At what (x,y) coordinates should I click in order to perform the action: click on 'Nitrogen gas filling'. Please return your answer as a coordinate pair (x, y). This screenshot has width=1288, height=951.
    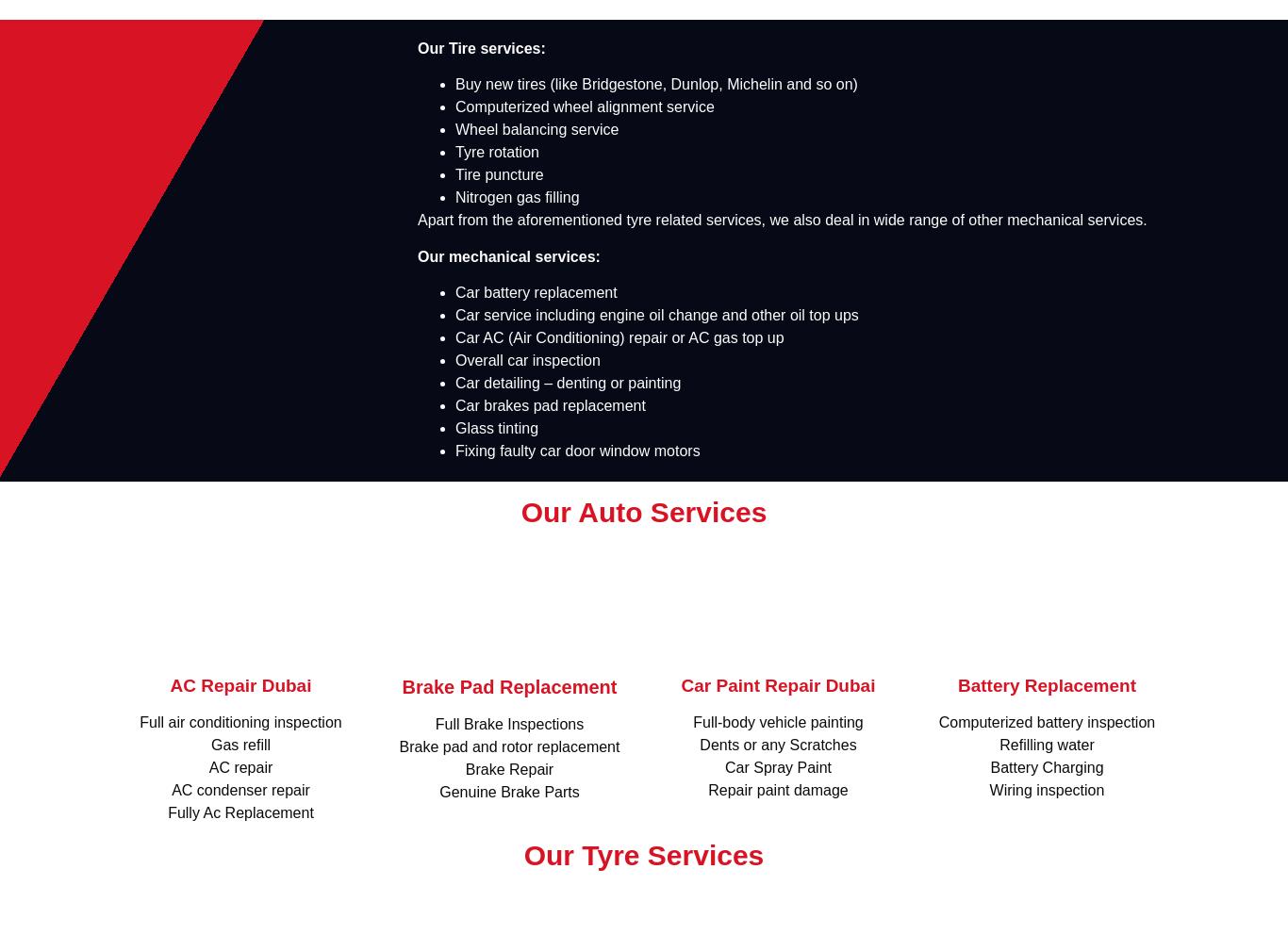
    Looking at the image, I should click on (517, 196).